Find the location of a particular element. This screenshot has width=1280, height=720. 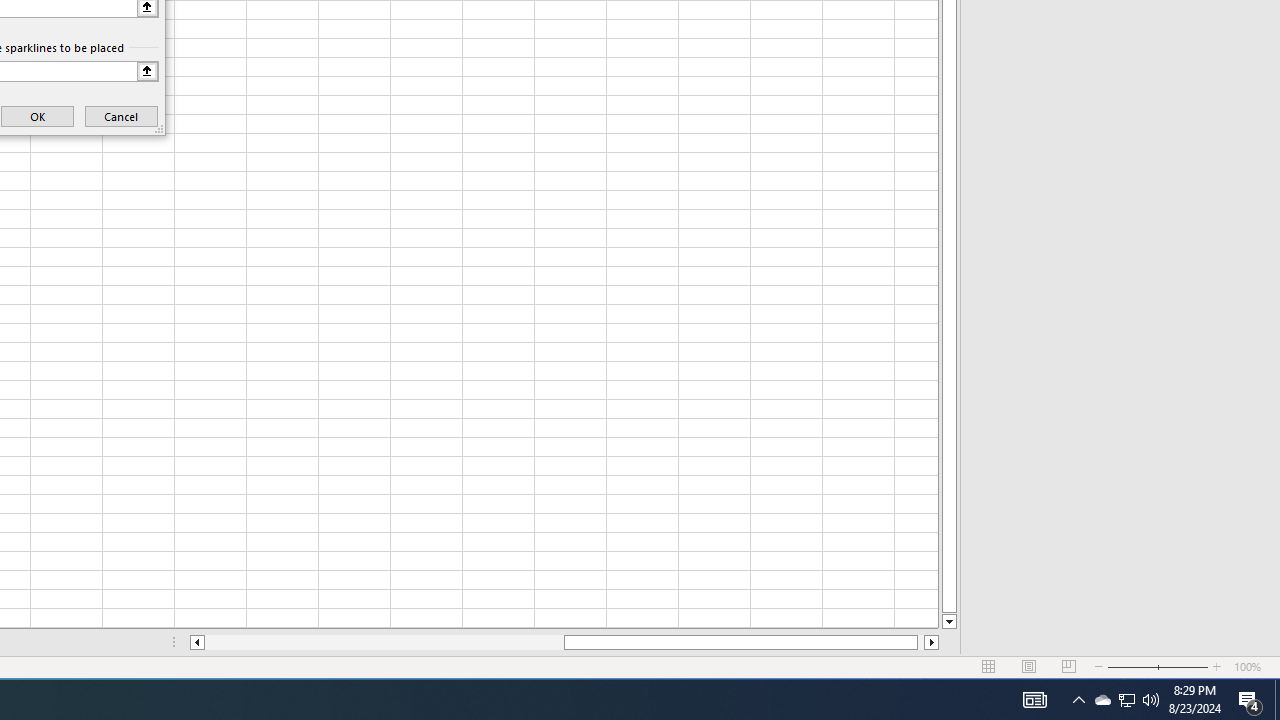

'Zoom In' is located at coordinates (1216, 667).